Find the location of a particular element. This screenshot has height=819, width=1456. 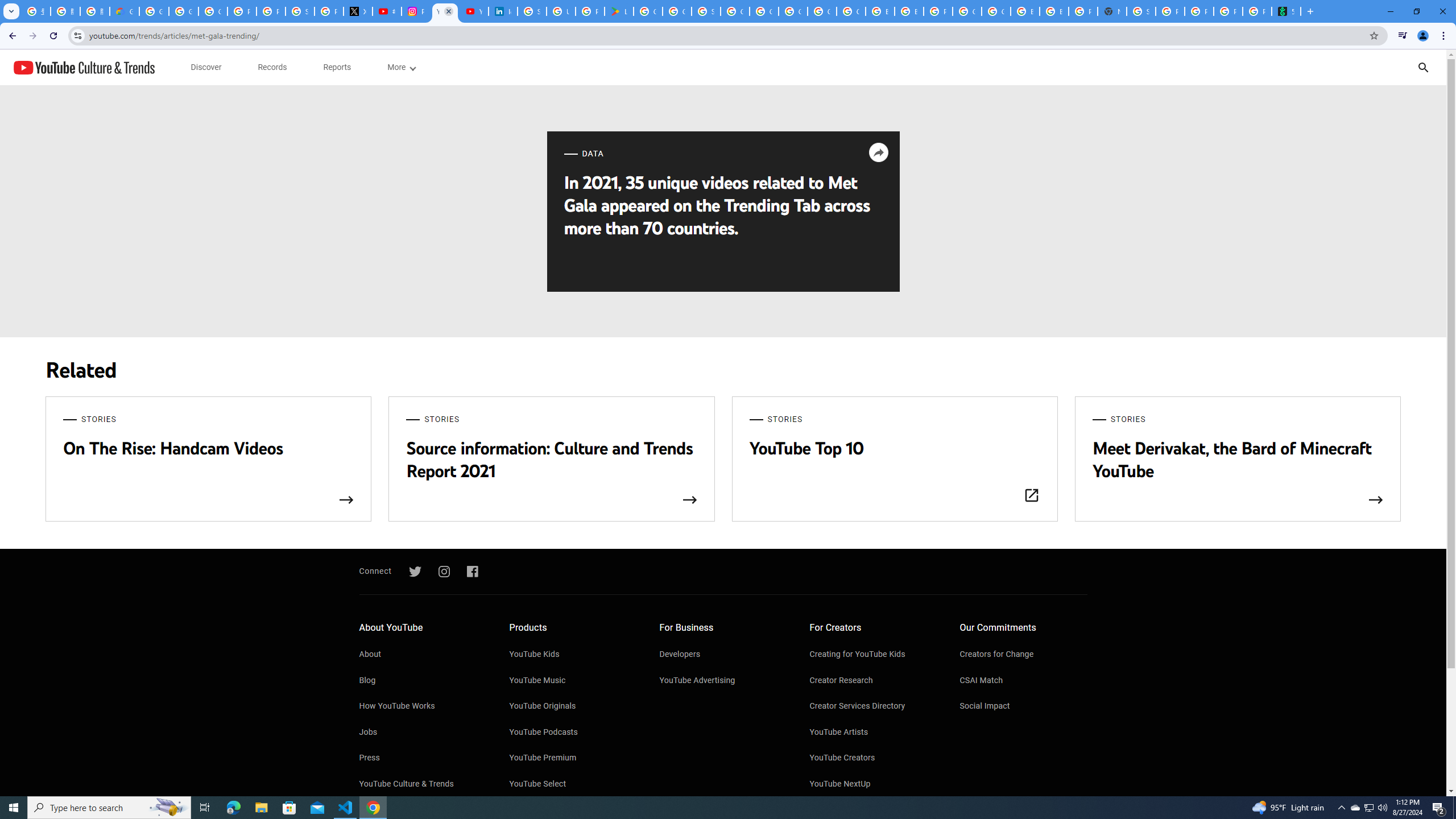

'Privacy Checkup' is located at coordinates (1228, 11).